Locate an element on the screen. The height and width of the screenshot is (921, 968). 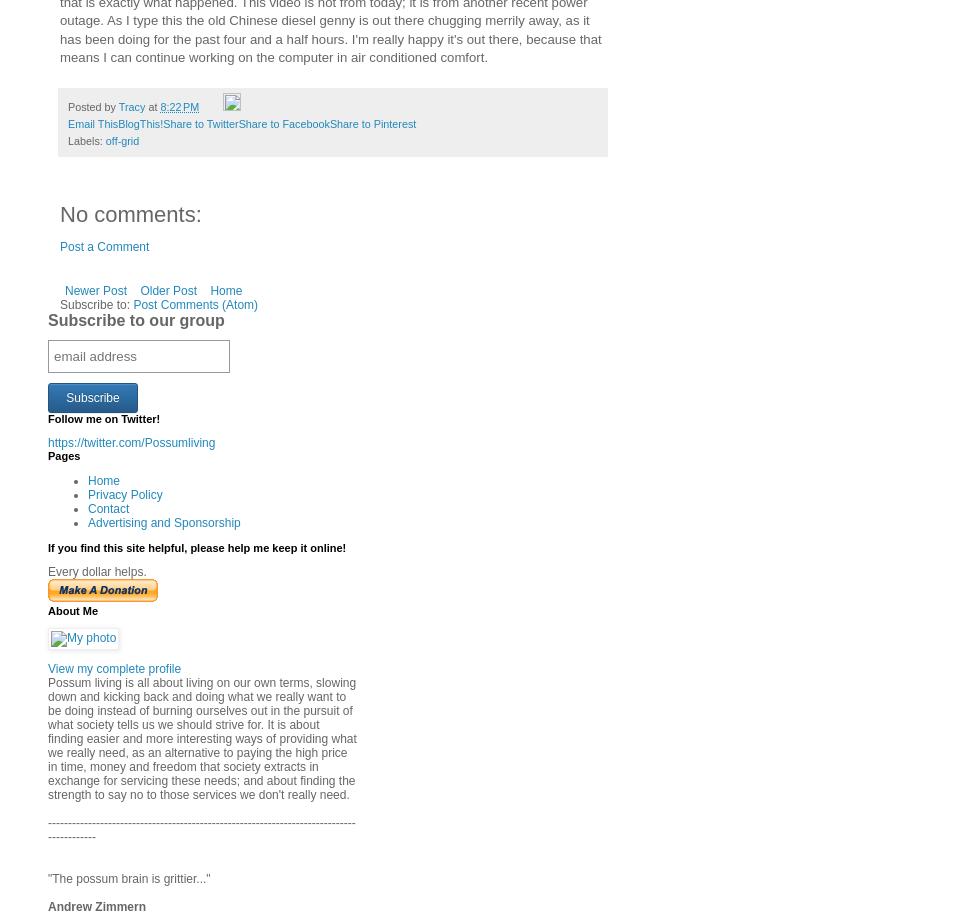
'View my complete profile' is located at coordinates (47, 668).